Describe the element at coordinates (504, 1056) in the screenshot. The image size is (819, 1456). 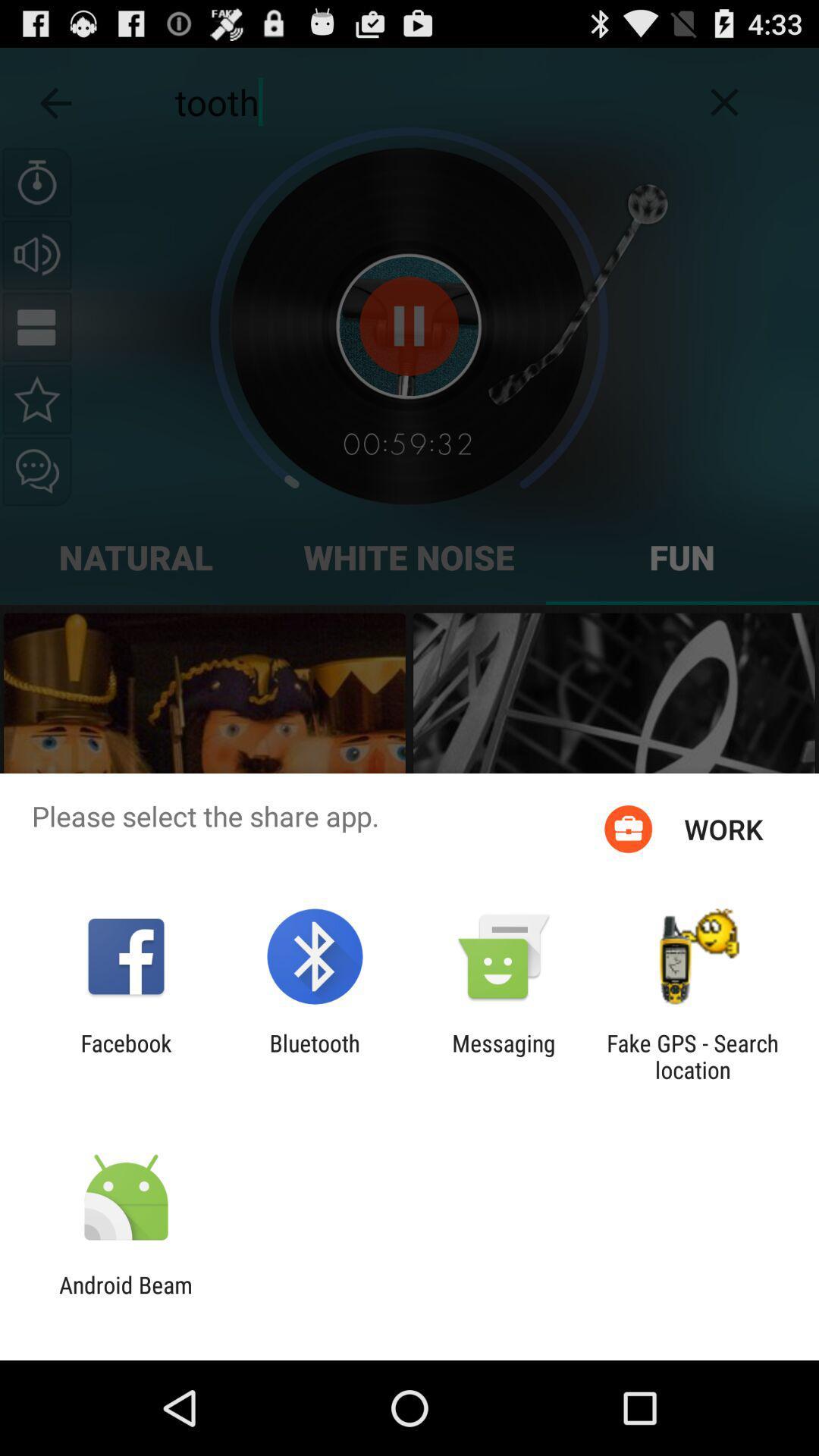
I see `icon to the left of the fake gps search app` at that location.